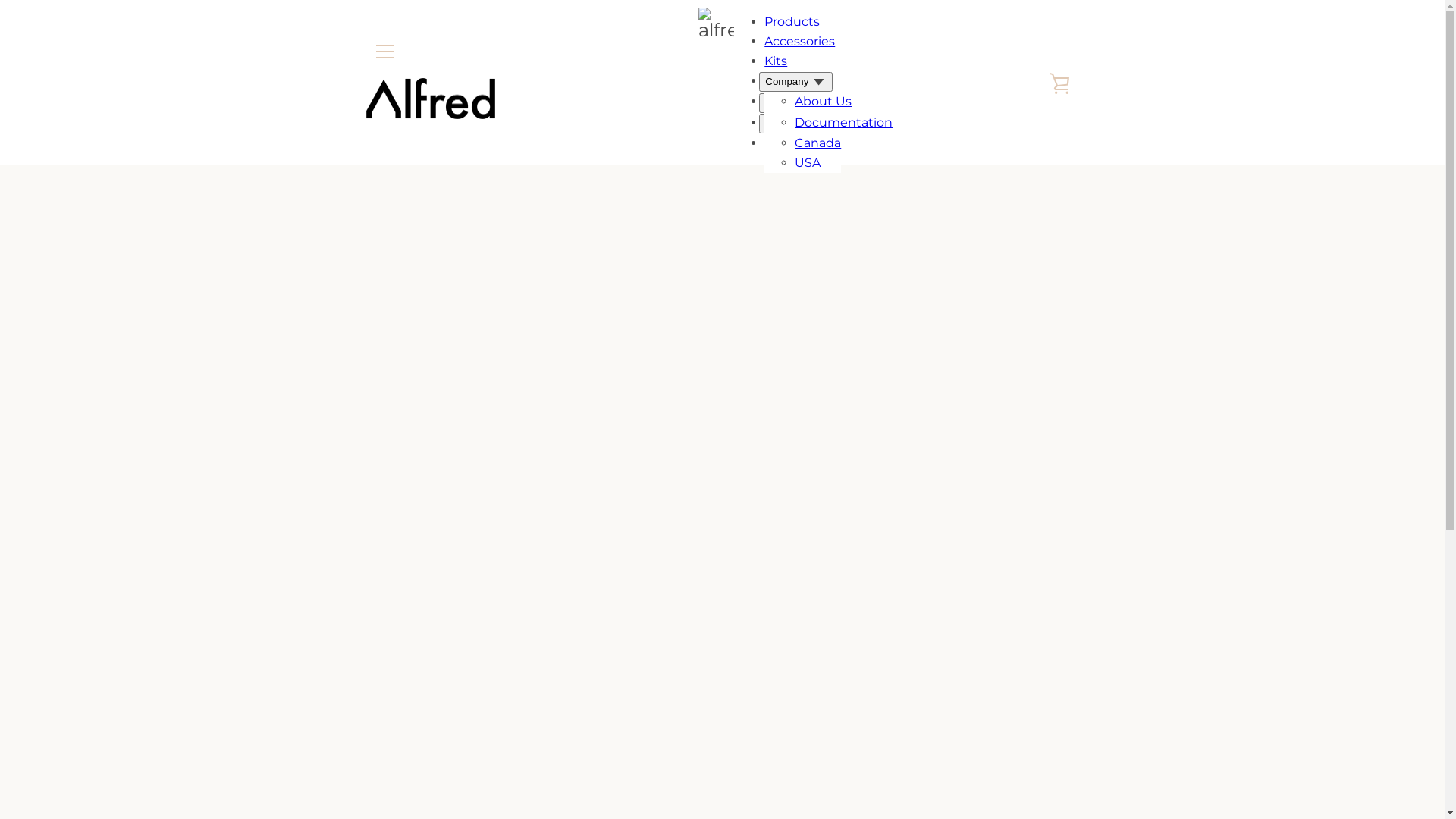 This screenshot has height=819, width=1456. I want to click on 'Kits', so click(775, 60).